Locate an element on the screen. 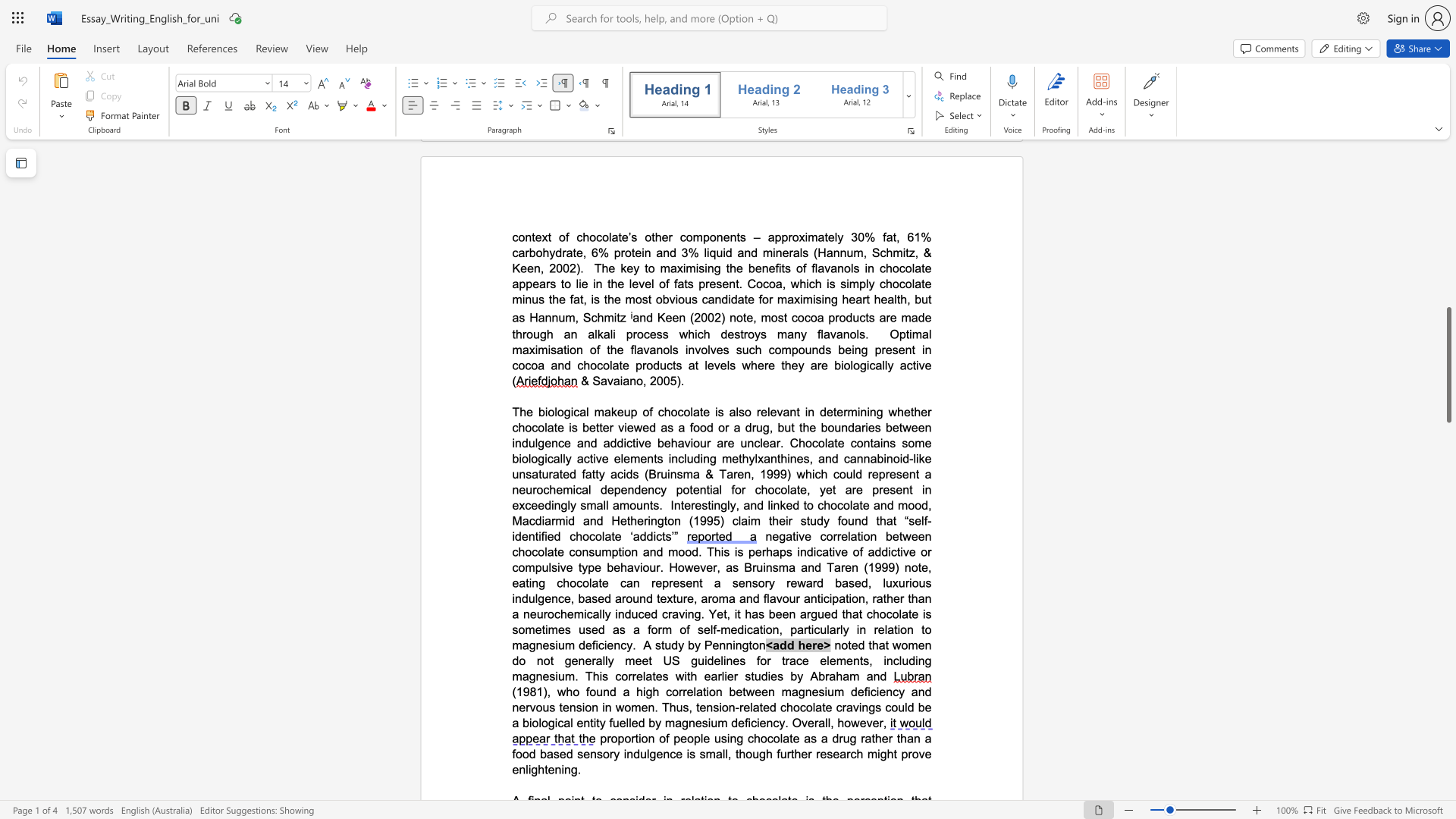 This screenshot has height=819, width=1456. the scrollbar to move the page upward is located at coordinates (1448, 271).